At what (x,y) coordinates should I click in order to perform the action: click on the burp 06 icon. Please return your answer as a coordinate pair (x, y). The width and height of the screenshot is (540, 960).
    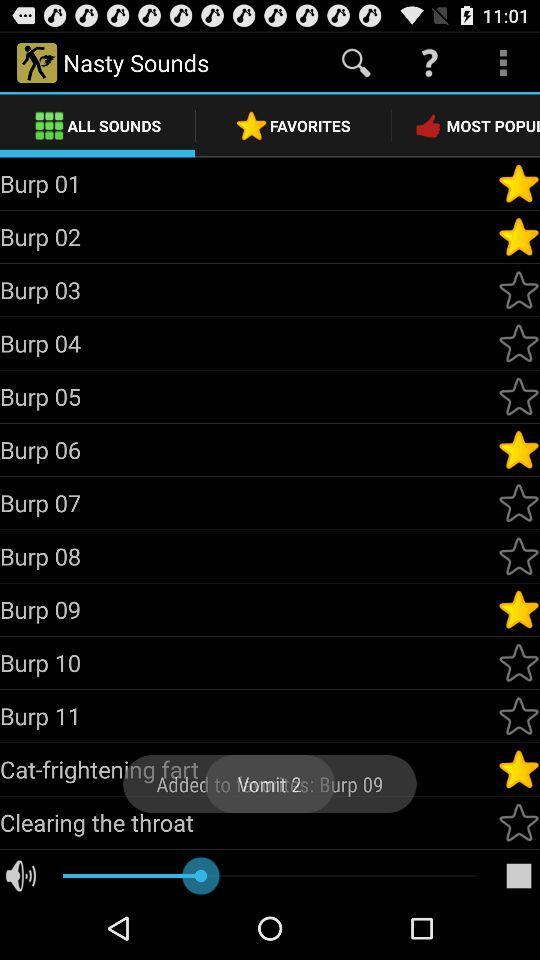
    Looking at the image, I should click on (248, 449).